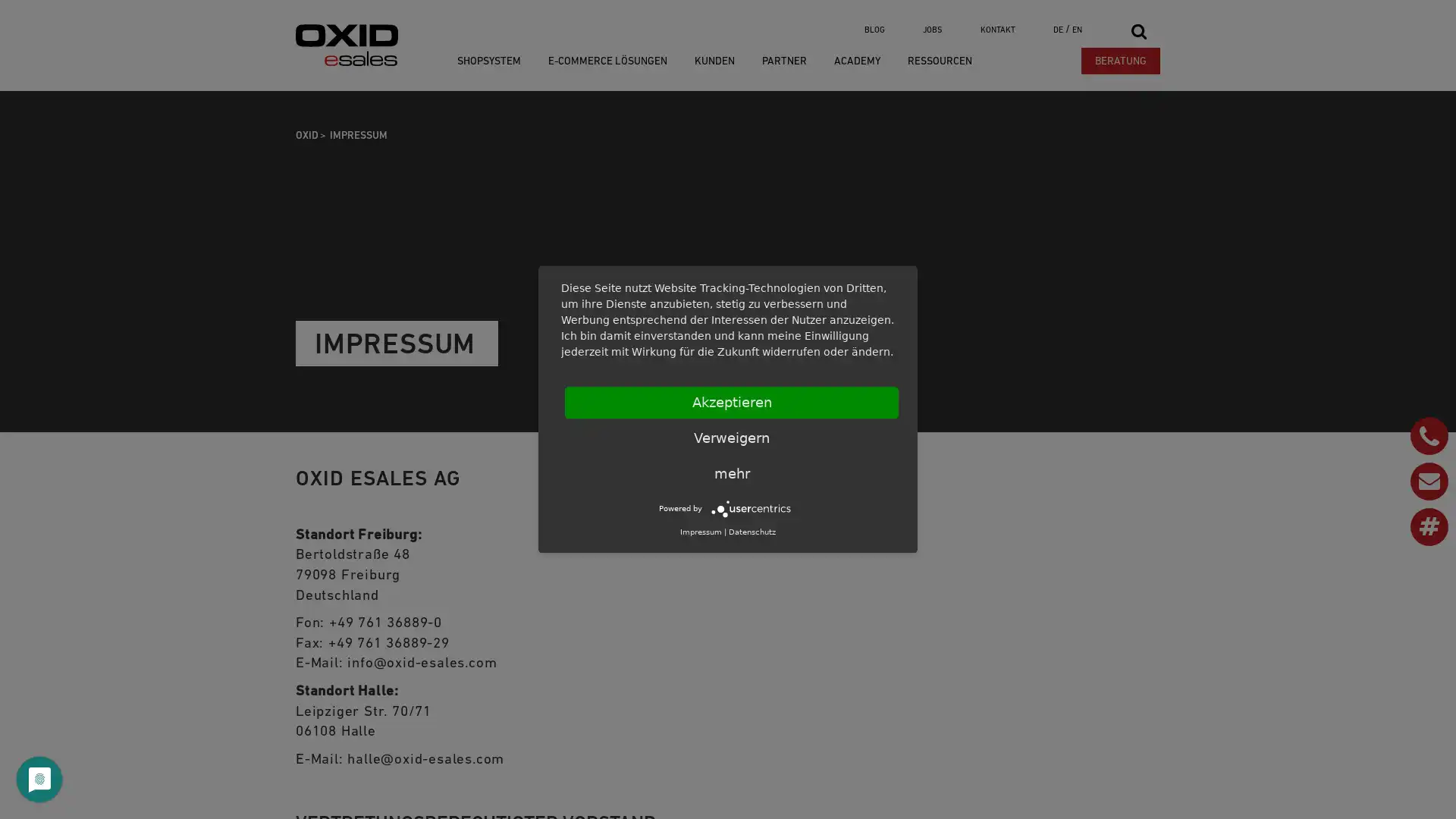 This screenshot has width=1456, height=819. I want to click on Verweigern, so click(731, 438).